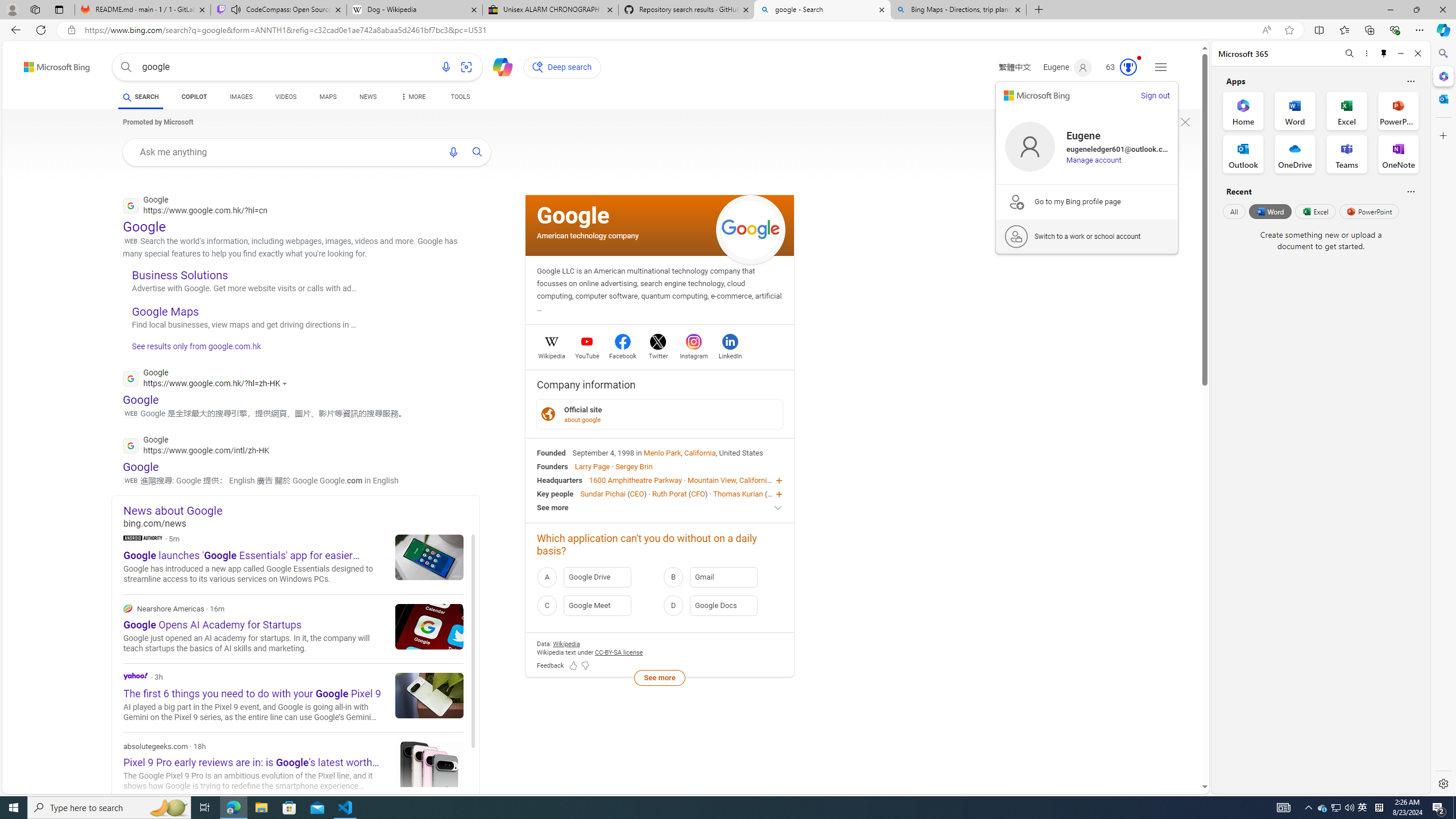  I want to click on 'google - Search', so click(822, 9).